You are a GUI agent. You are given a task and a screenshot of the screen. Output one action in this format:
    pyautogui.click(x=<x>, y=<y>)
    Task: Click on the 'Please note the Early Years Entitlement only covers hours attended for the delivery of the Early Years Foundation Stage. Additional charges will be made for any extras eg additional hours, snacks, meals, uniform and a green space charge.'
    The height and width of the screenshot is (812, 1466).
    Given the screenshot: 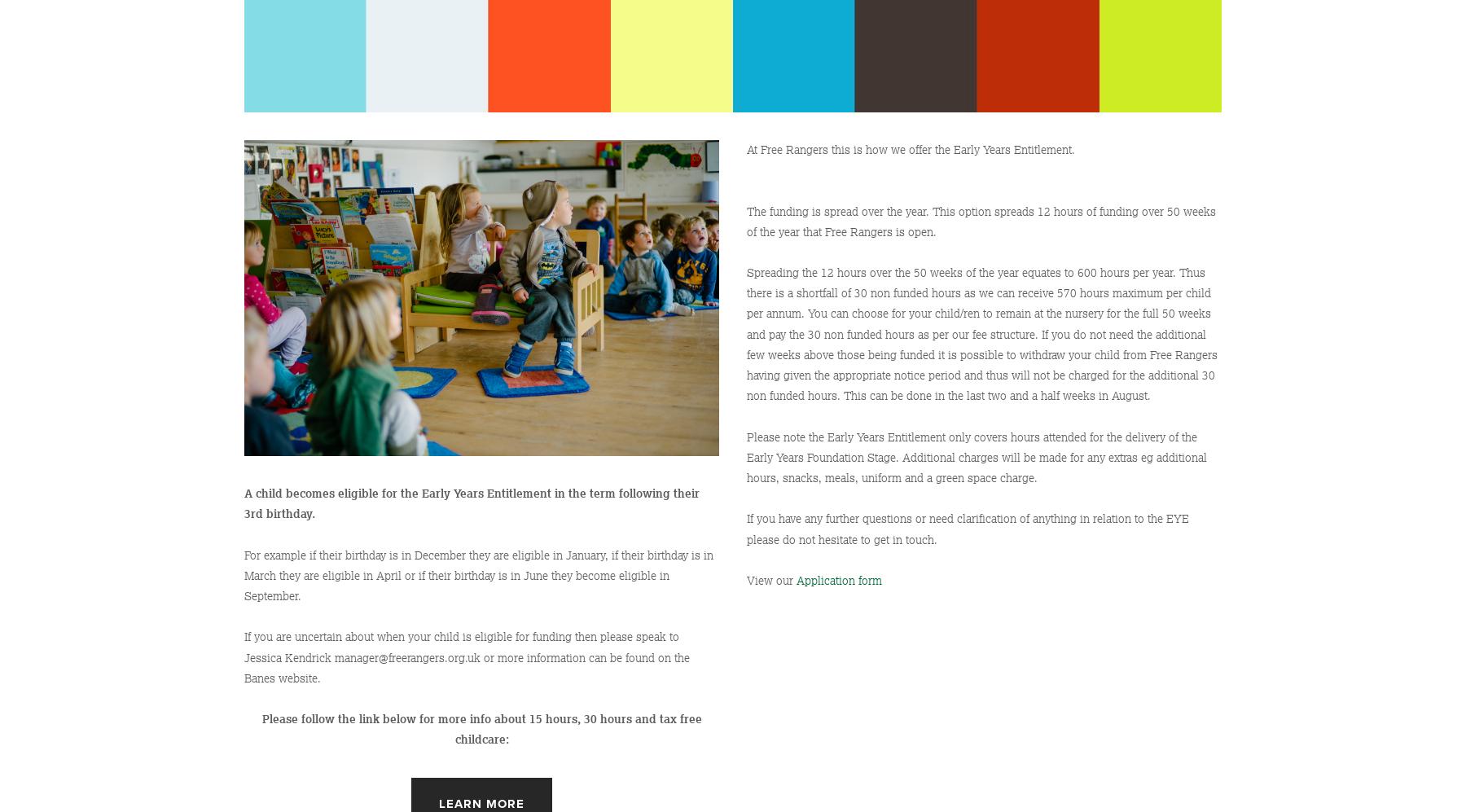 What is the action you would take?
    pyautogui.click(x=977, y=457)
    